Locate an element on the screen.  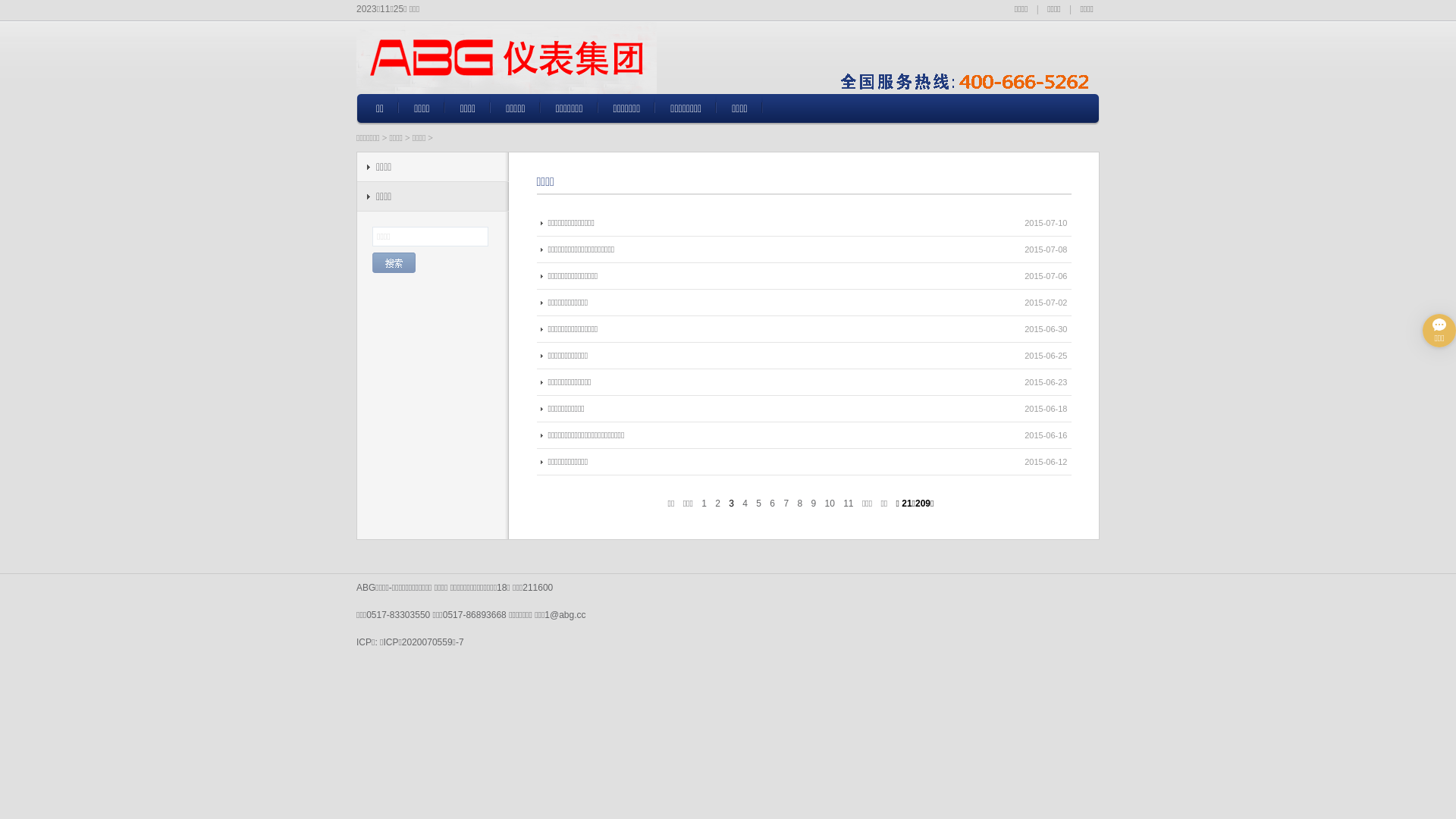
'1' is located at coordinates (703, 503).